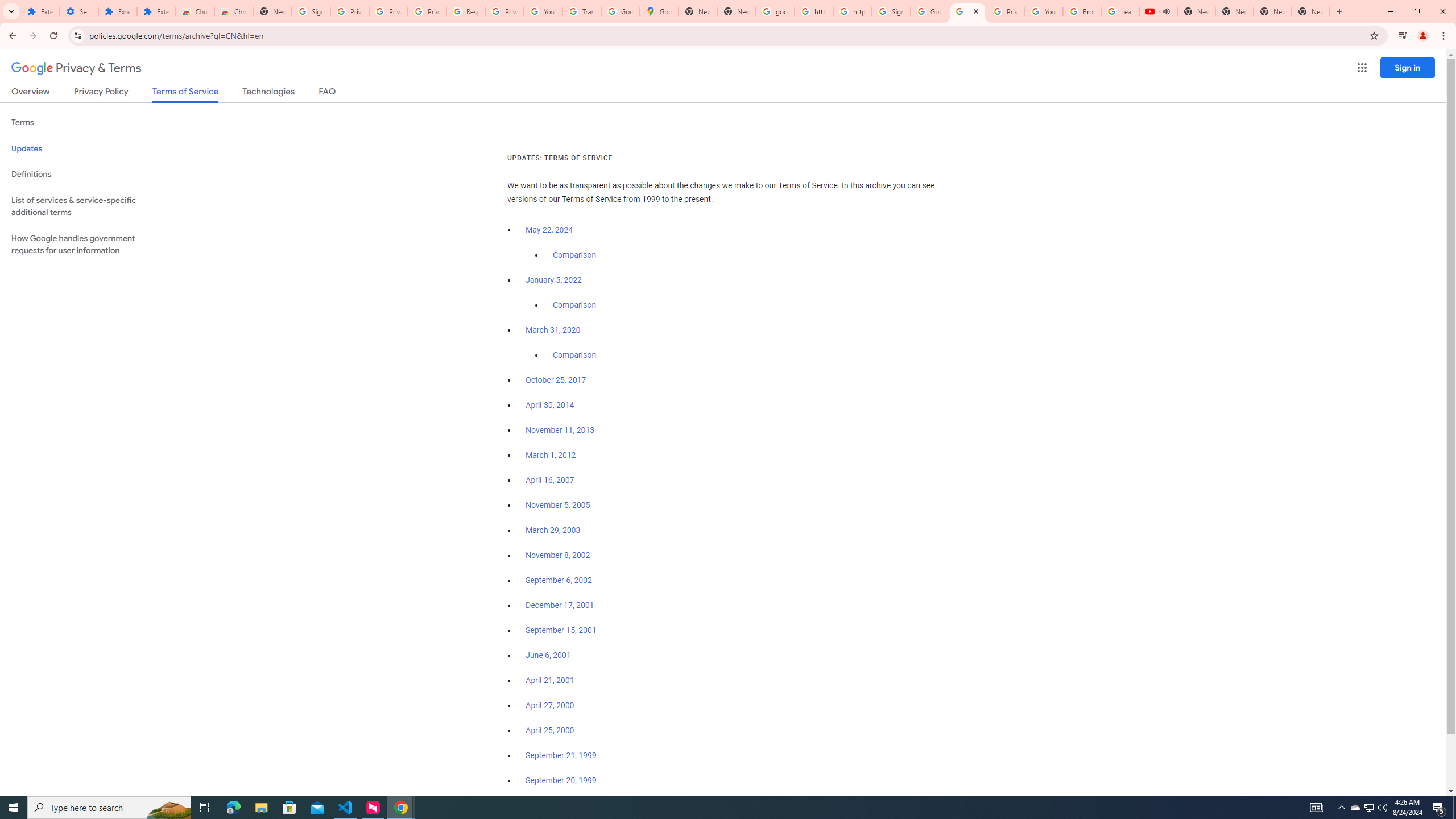  Describe the element at coordinates (86, 205) in the screenshot. I see `'List of services & service-specific additional terms'` at that location.